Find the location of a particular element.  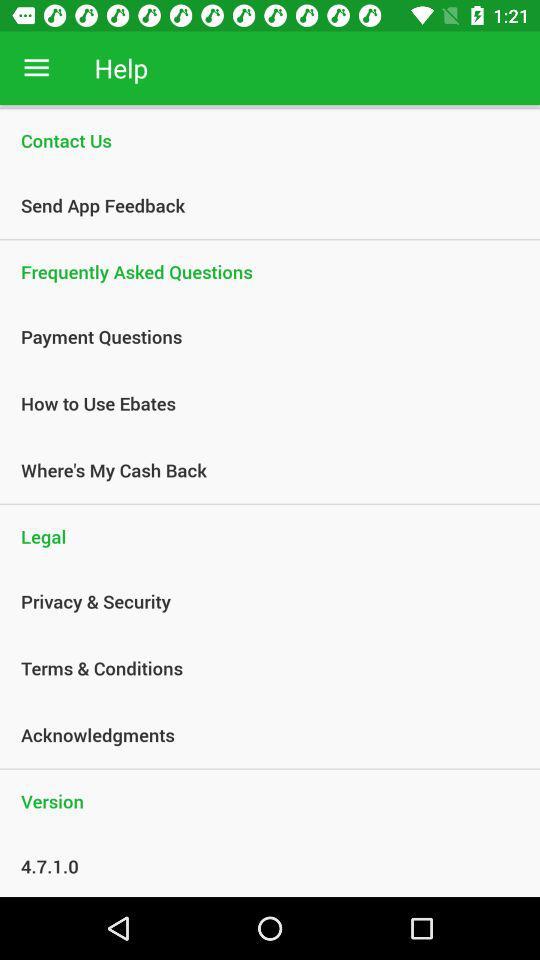

the icon below version icon is located at coordinates (259, 865).